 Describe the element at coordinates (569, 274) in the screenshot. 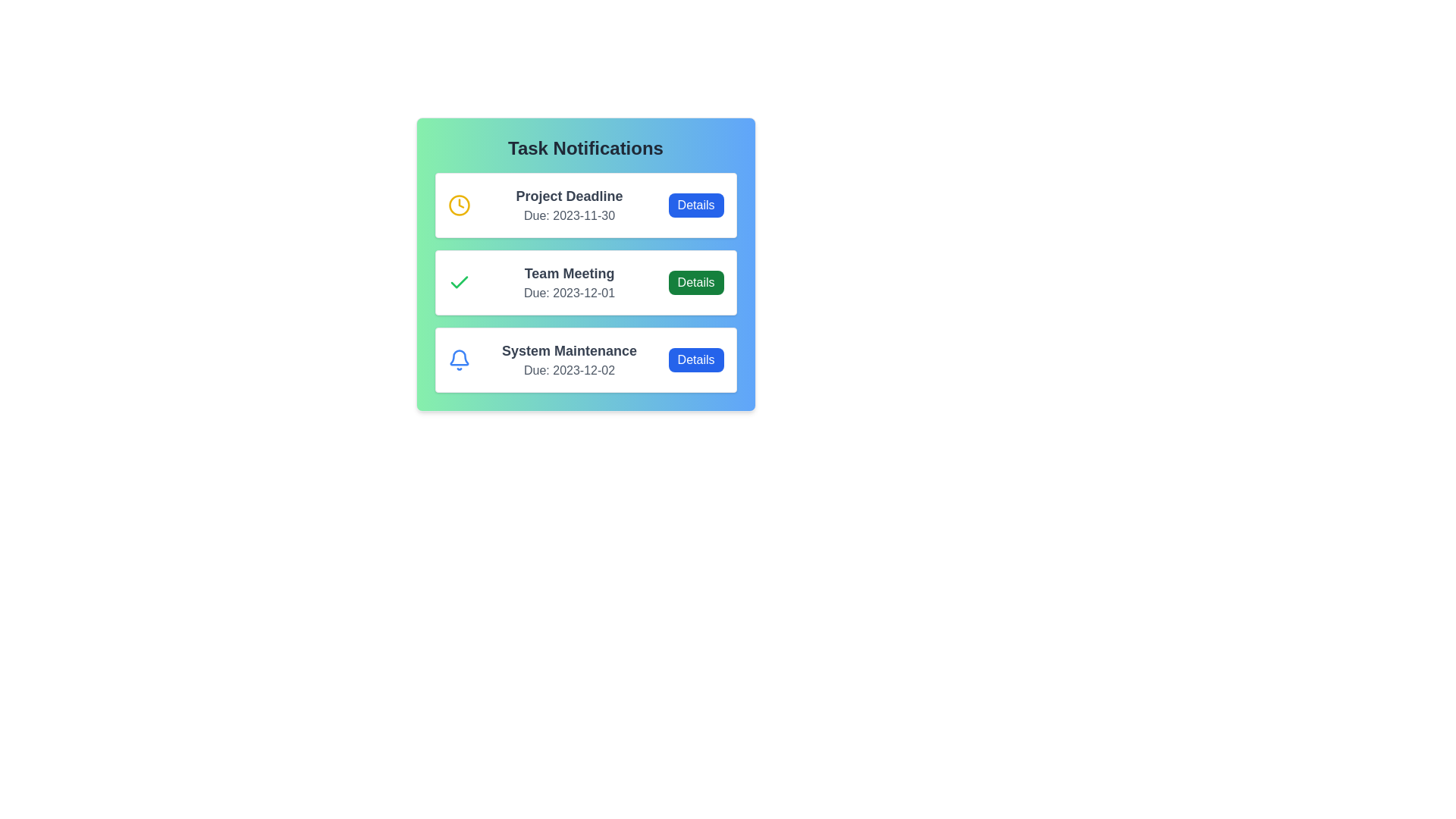

I see `the task title Team Meeting to select it` at that location.